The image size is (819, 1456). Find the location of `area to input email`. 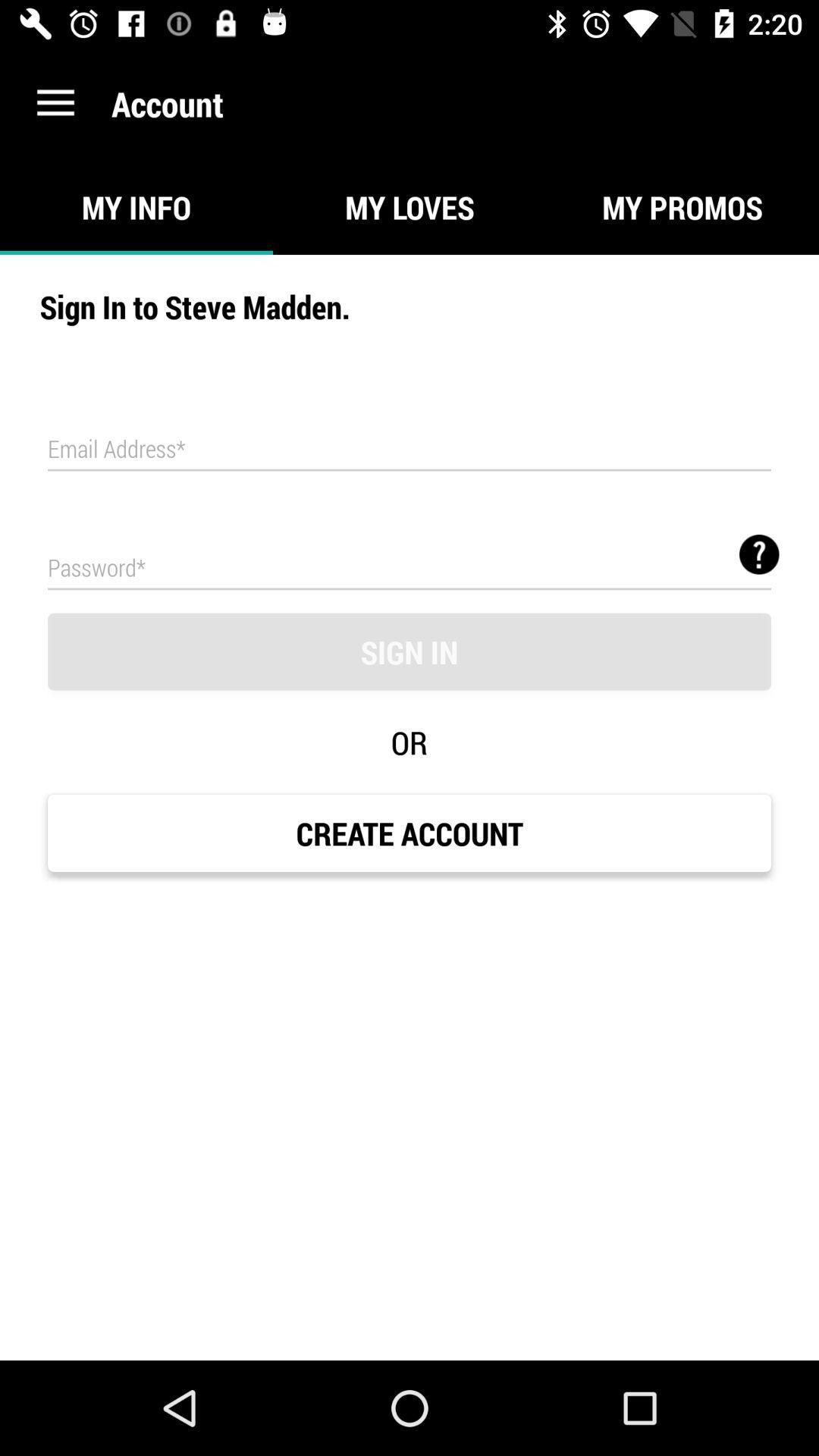

area to input email is located at coordinates (409, 449).